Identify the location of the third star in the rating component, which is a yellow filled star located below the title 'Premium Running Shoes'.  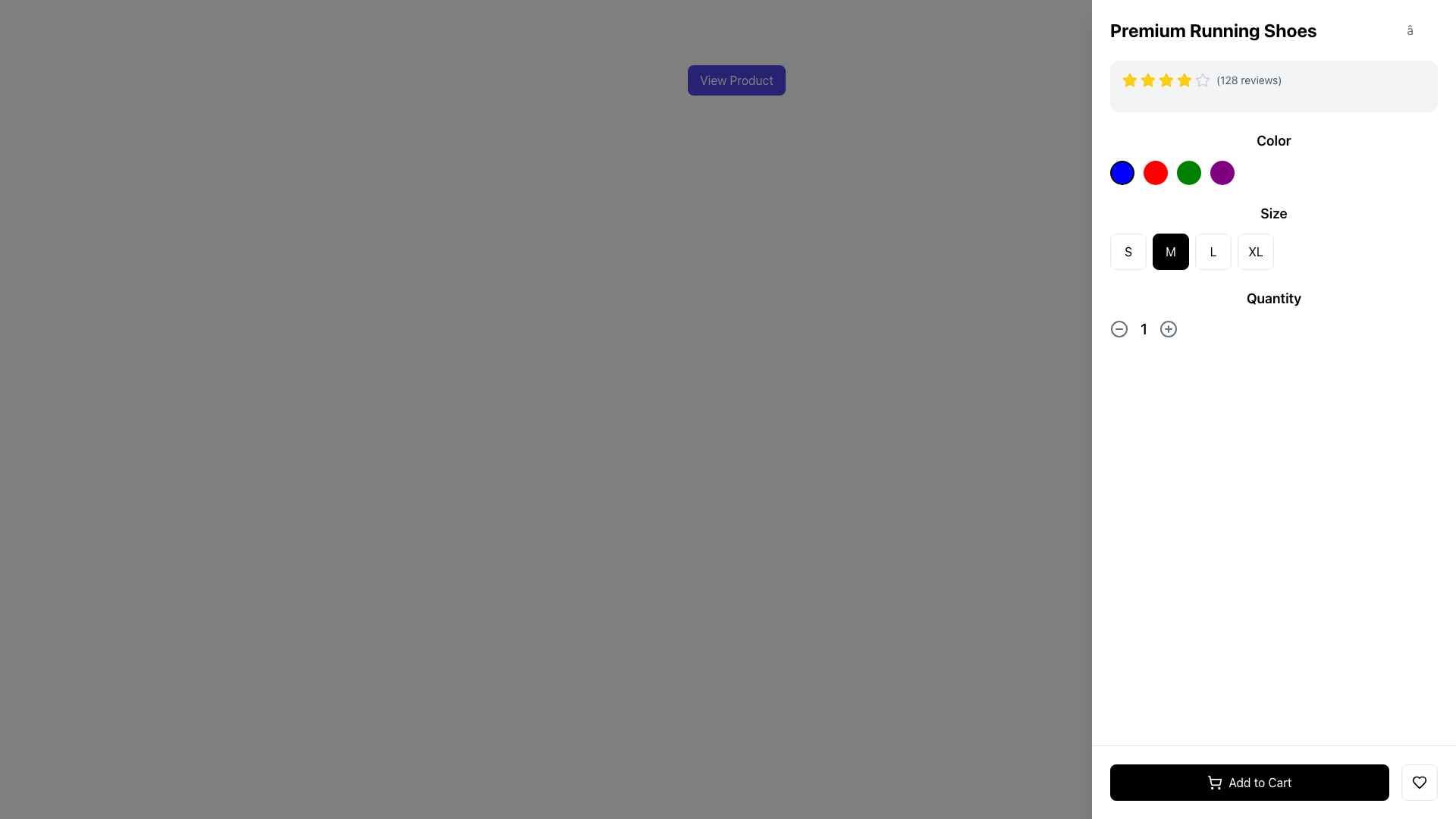
(1165, 80).